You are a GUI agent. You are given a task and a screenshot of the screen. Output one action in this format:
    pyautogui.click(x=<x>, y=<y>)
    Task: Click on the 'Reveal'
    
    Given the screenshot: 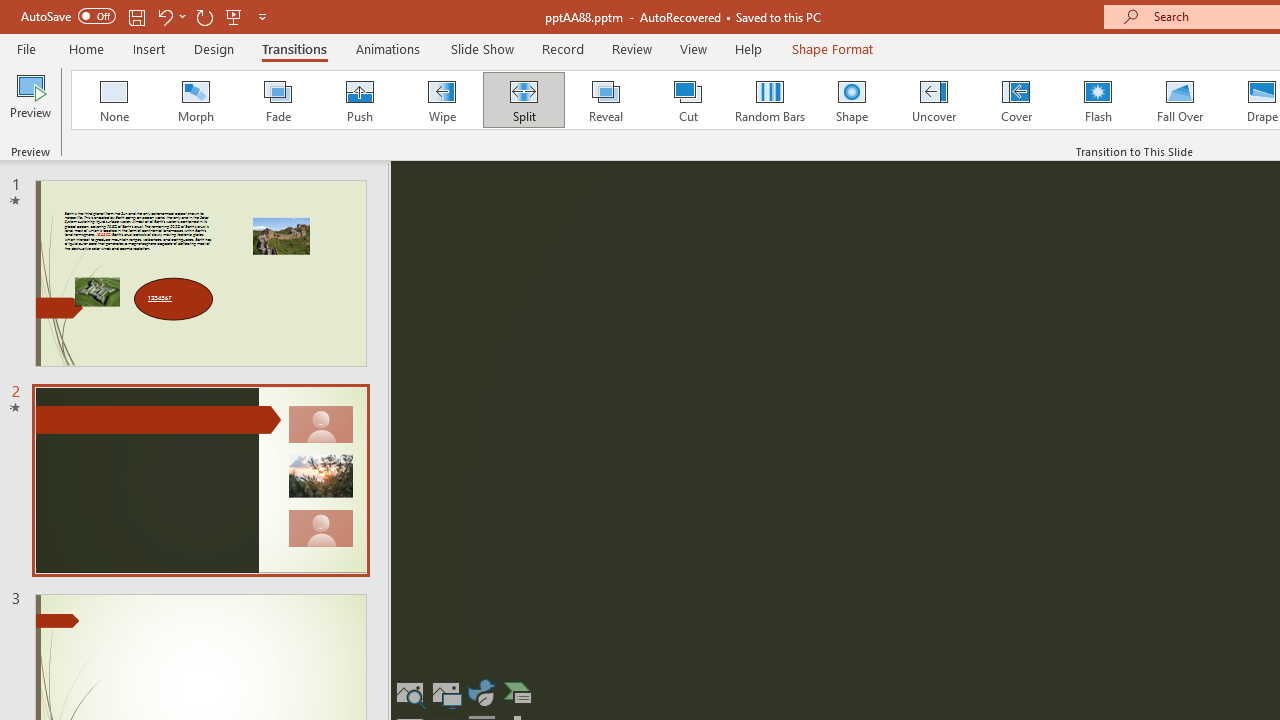 What is the action you would take?
    pyautogui.click(x=604, y=100)
    